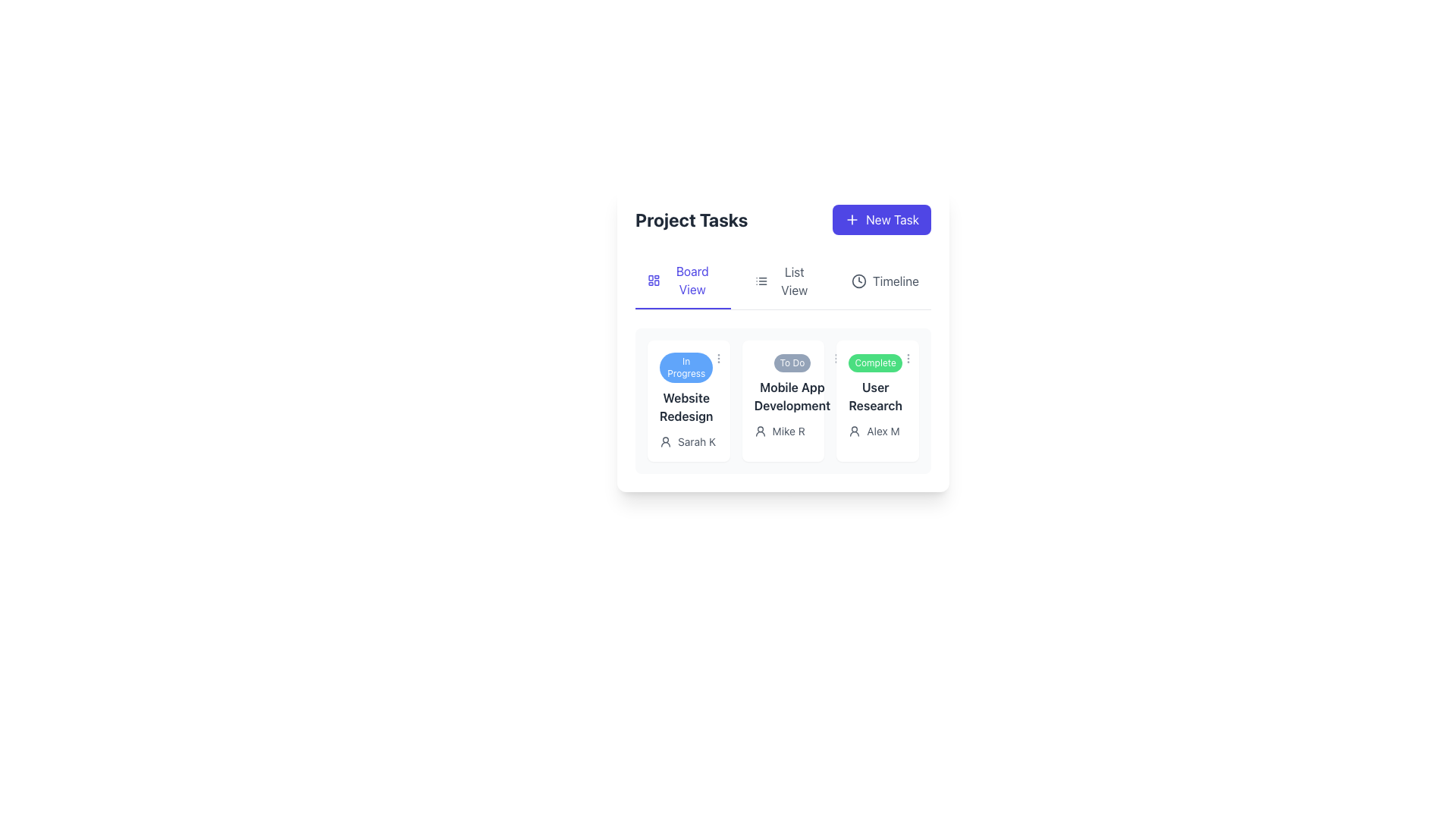 Image resolution: width=1456 pixels, height=819 pixels. What do you see at coordinates (783, 281) in the screenshot?
I see `the second selectable option labeled under 'Project Tasks' to switch to list view` at bounding box center [783, 281].